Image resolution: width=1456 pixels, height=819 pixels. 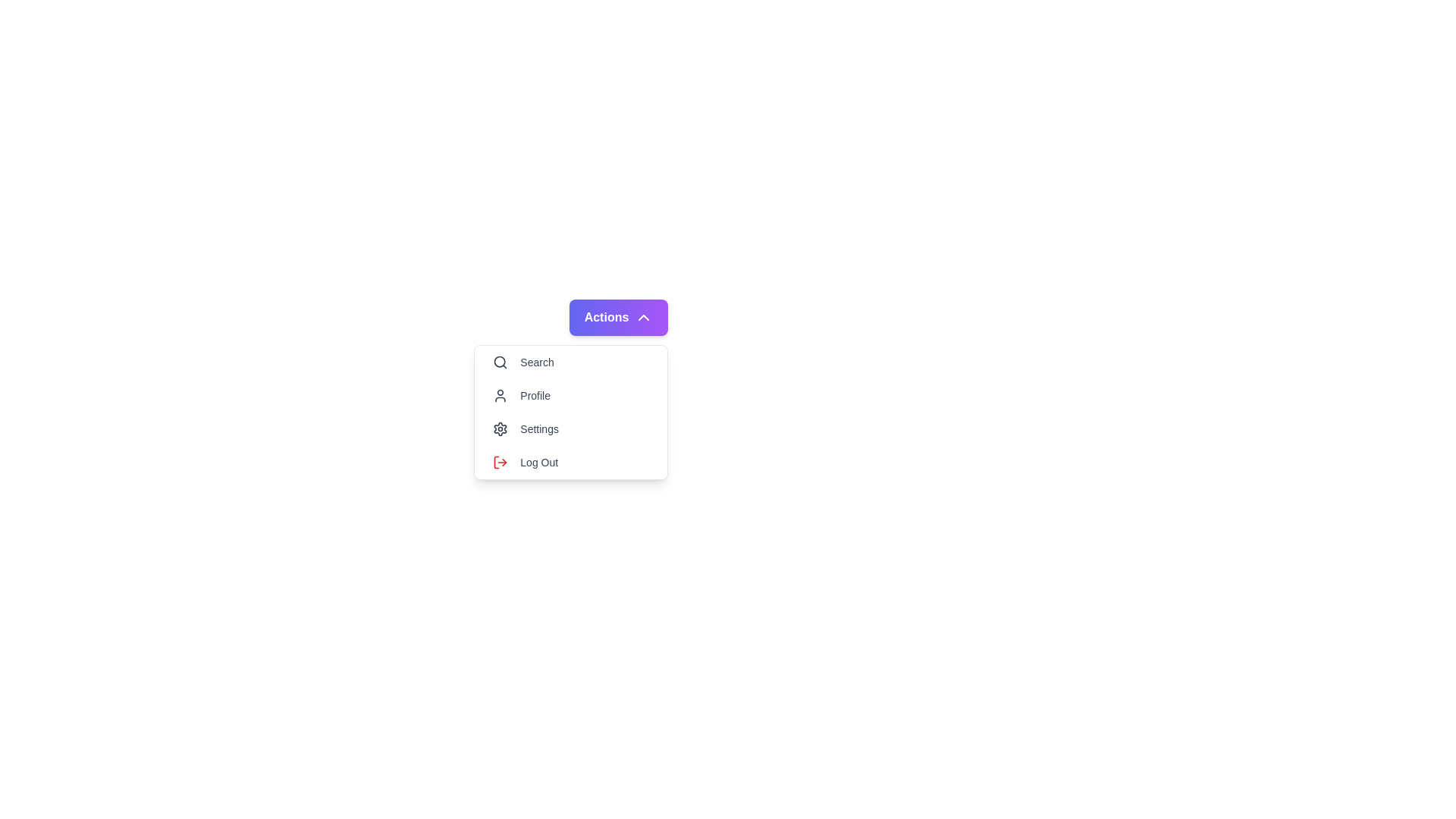 What do you see at coordinates (539, 461) in the screenshot?
I see `the 'Log Out' text label in the vertical dropdown list under the 'Actions' button` at bounding box center [539, 461].